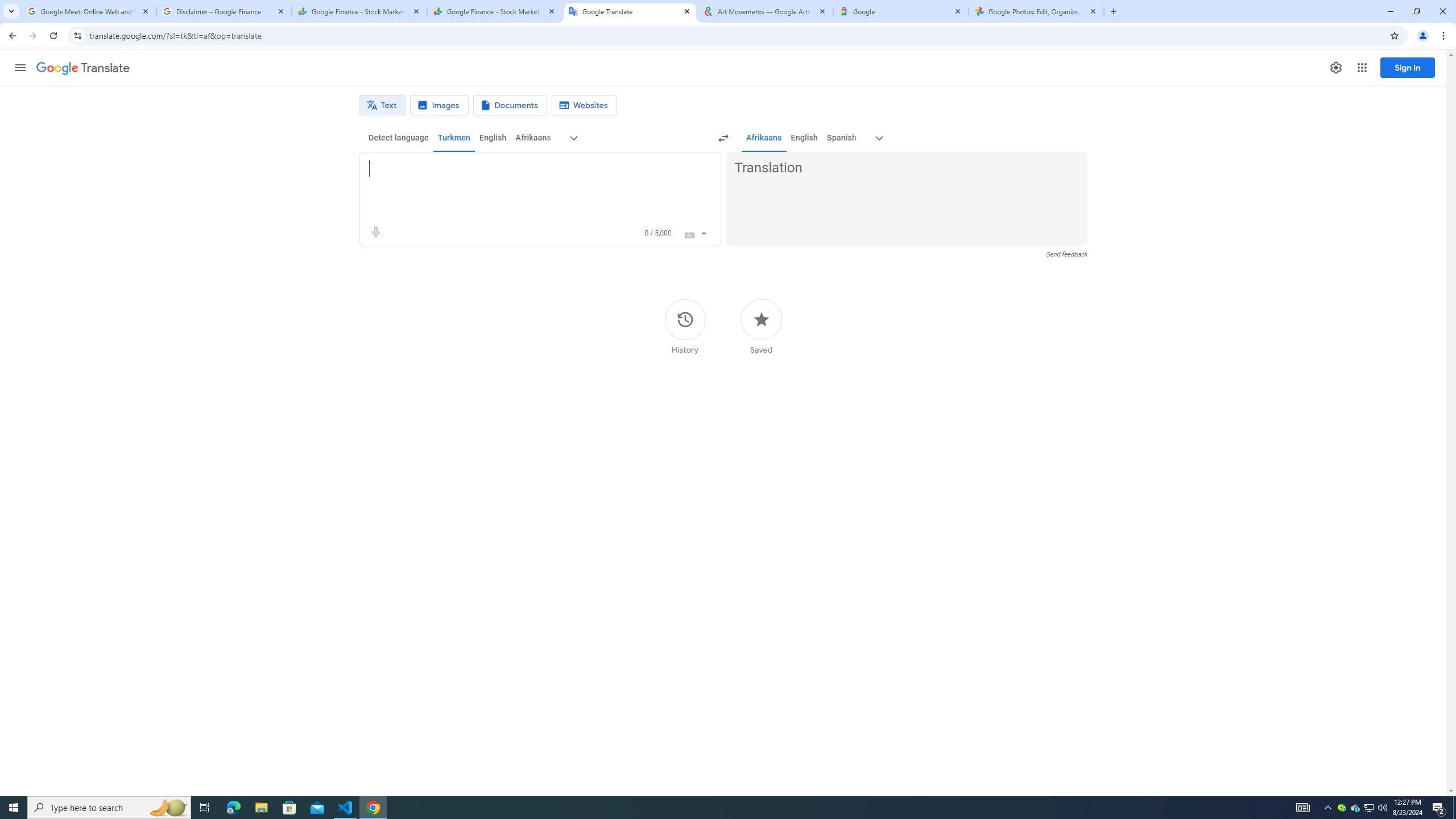  What do you see at coordinates (1066, 254) in the screenshot?
I see `'Send feedback'` at bounding box center [1066, 254].